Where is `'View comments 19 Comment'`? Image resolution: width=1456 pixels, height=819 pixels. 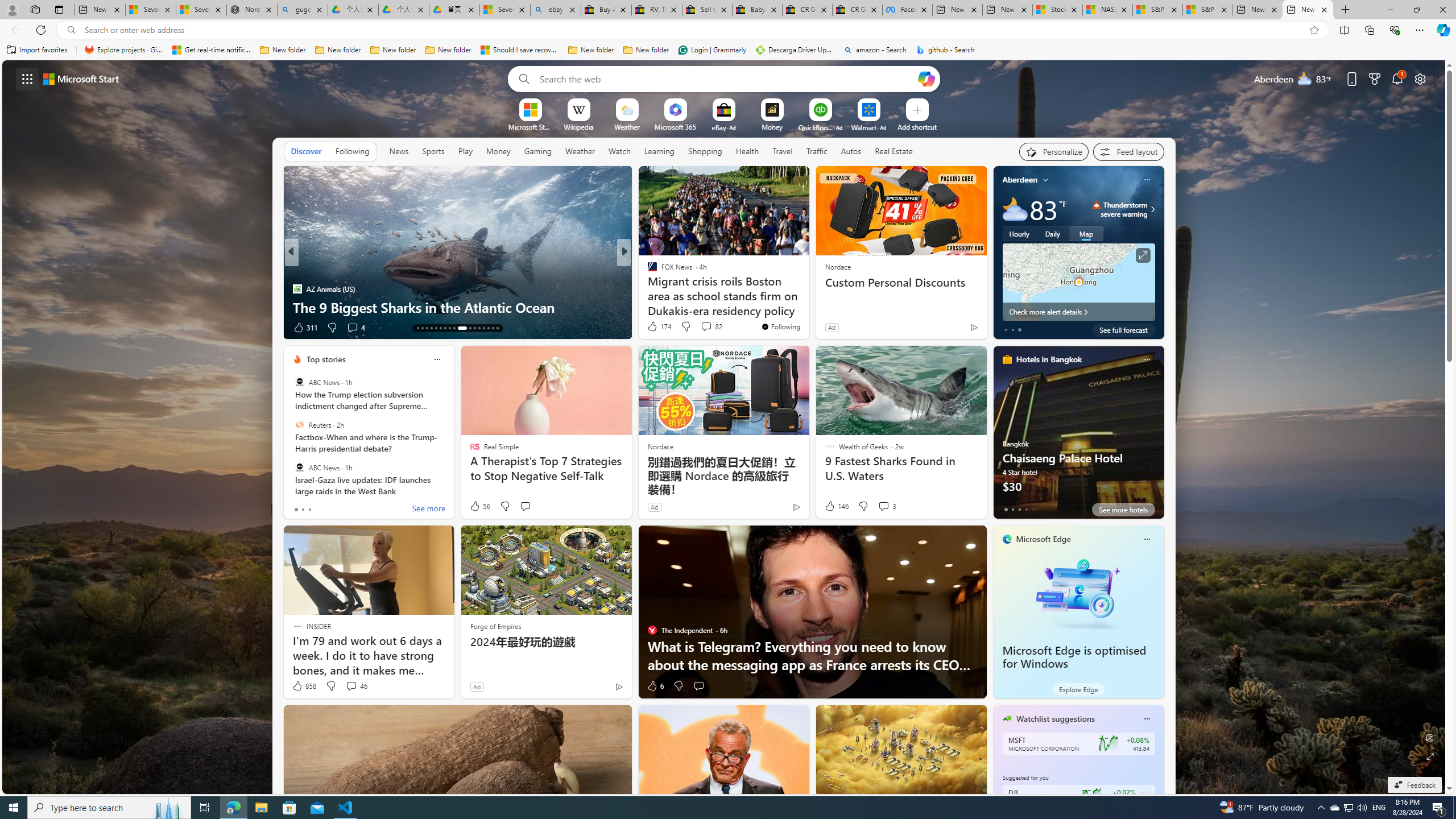 'View comments 19 Comment' is located at coordinates (698, 326).